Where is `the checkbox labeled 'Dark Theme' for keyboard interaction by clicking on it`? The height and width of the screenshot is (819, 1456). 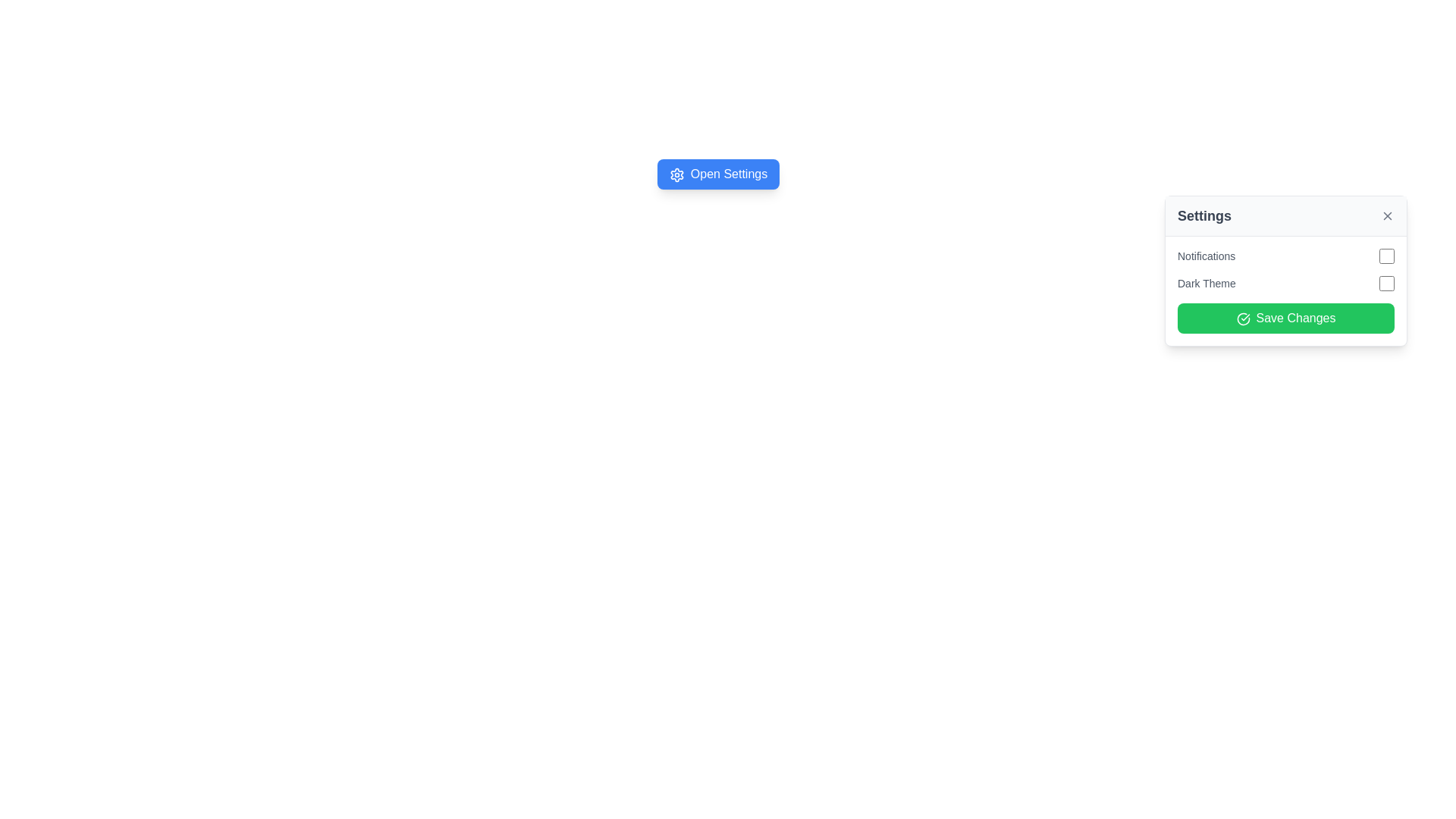
the checkbox labeled 'Dark Theme' for keyboard interaction by clicking on it is located at coordinates (1285, 284).